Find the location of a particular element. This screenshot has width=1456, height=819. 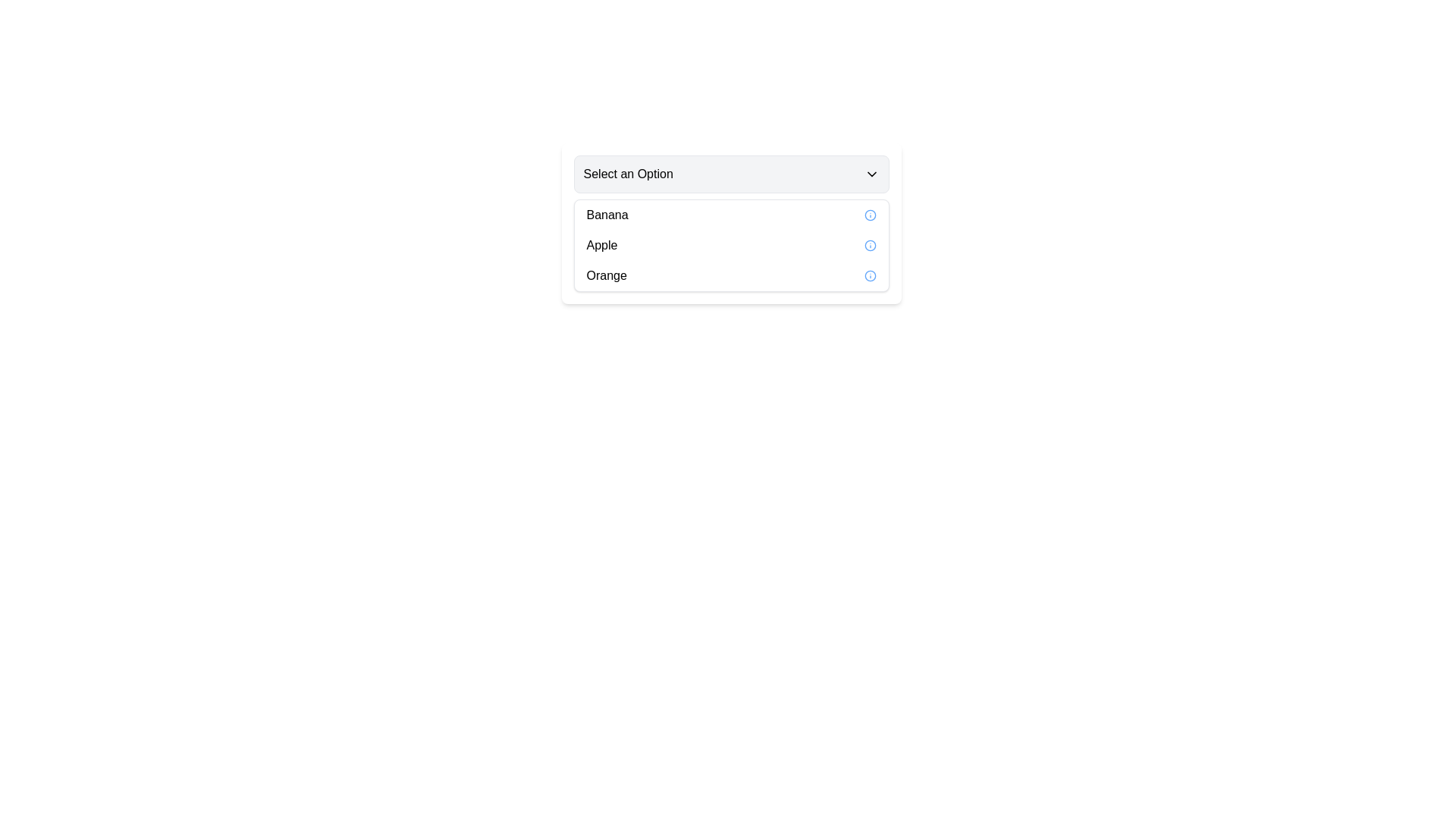

the informational/help icon located immediately to the right of the text 'Apple' in the dropdown-like menu is located at coordinates (870, 245).